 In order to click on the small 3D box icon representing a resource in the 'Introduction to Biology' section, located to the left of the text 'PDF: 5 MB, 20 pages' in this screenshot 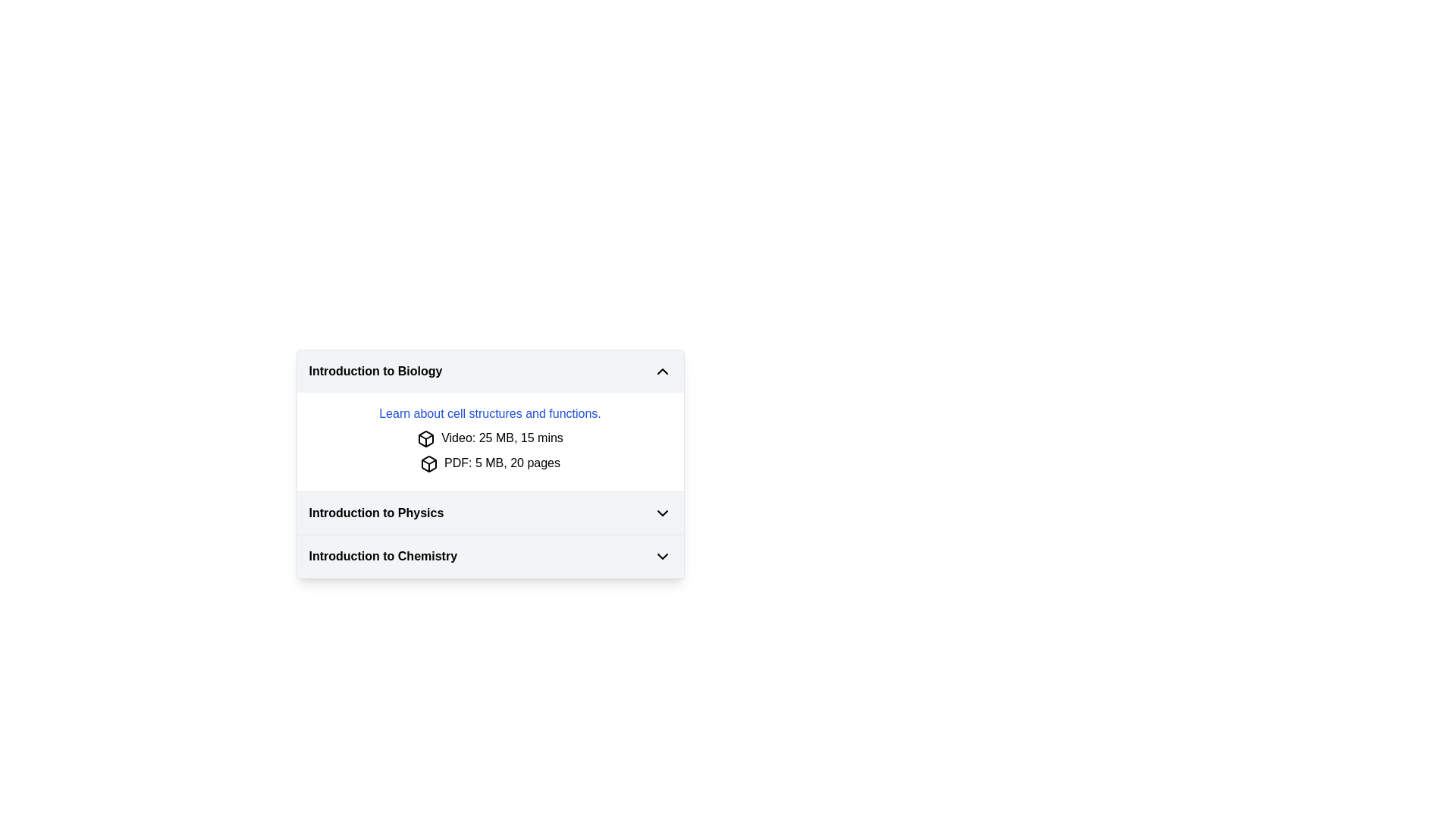, I will do `click(425, 438)`.